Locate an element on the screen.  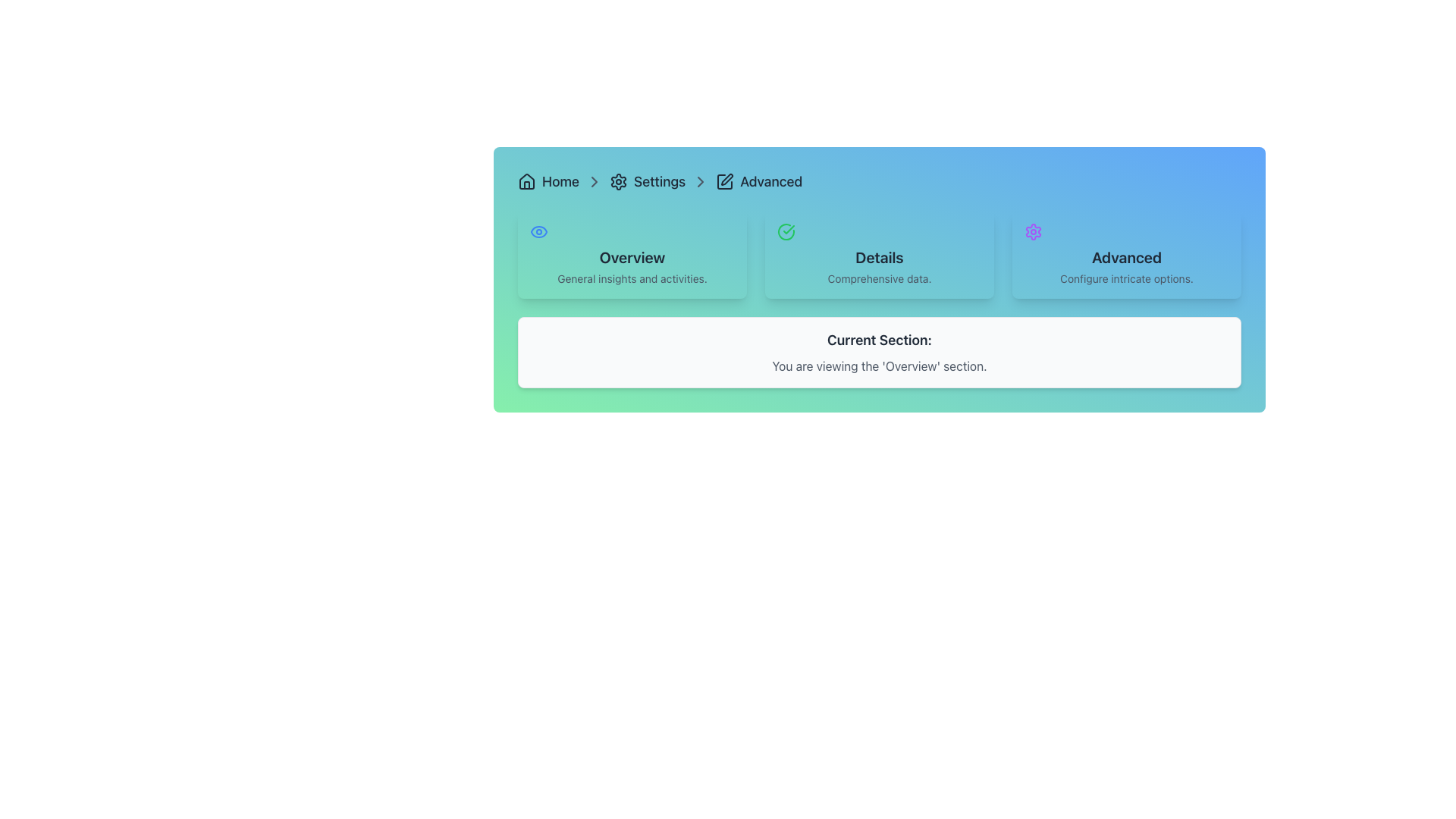
the gear-shaped icon located to the left of the 'Settings' text in the breadcrumb navigation bar is located at coordinates (619, 180).